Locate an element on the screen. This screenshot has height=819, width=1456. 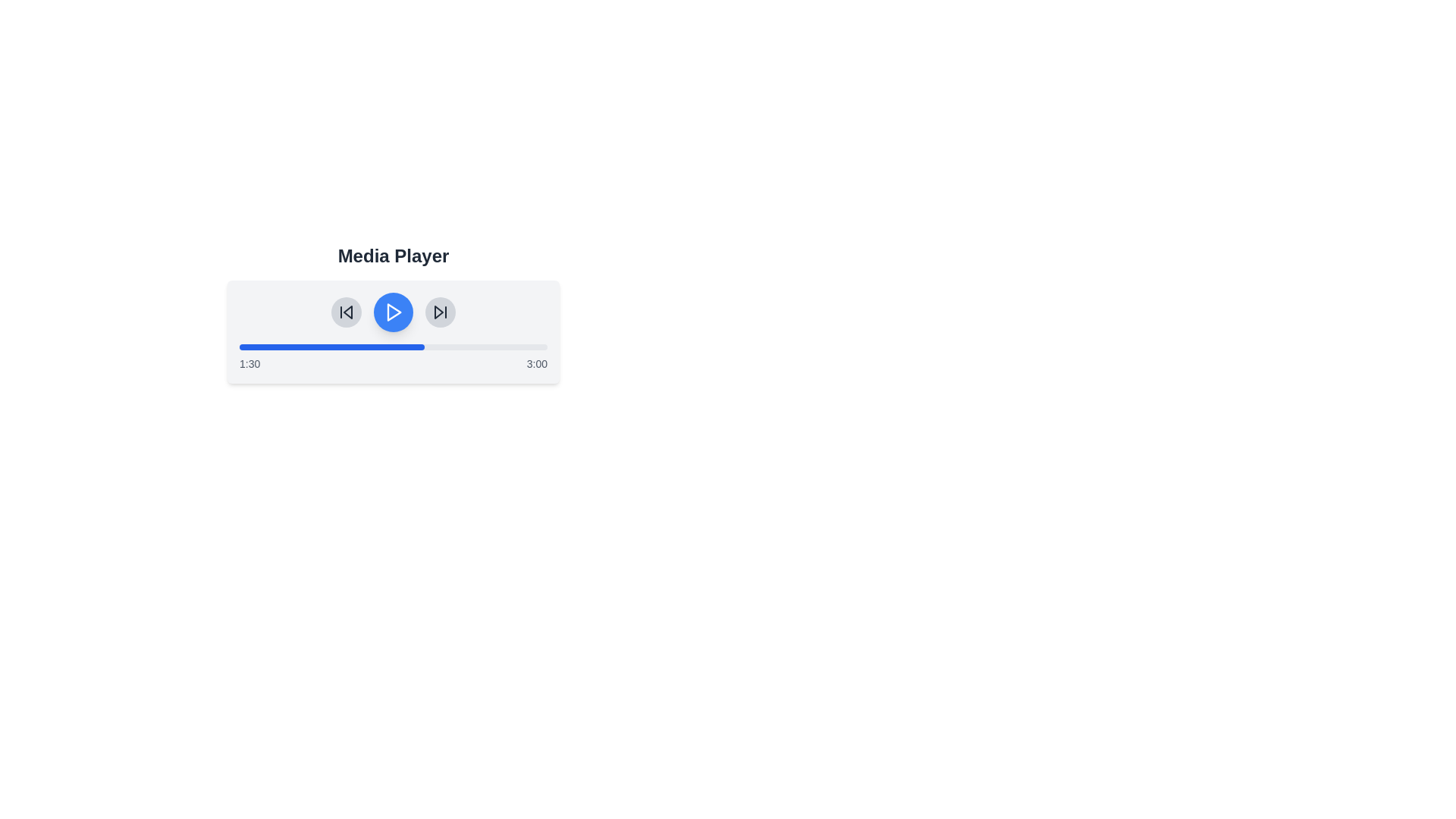
the horizontal progress bar located at the bottom of the media control panel, which has a gray background and a blue fill, situated between the media control buttons and the time labels is located at coordinates (393, 347).